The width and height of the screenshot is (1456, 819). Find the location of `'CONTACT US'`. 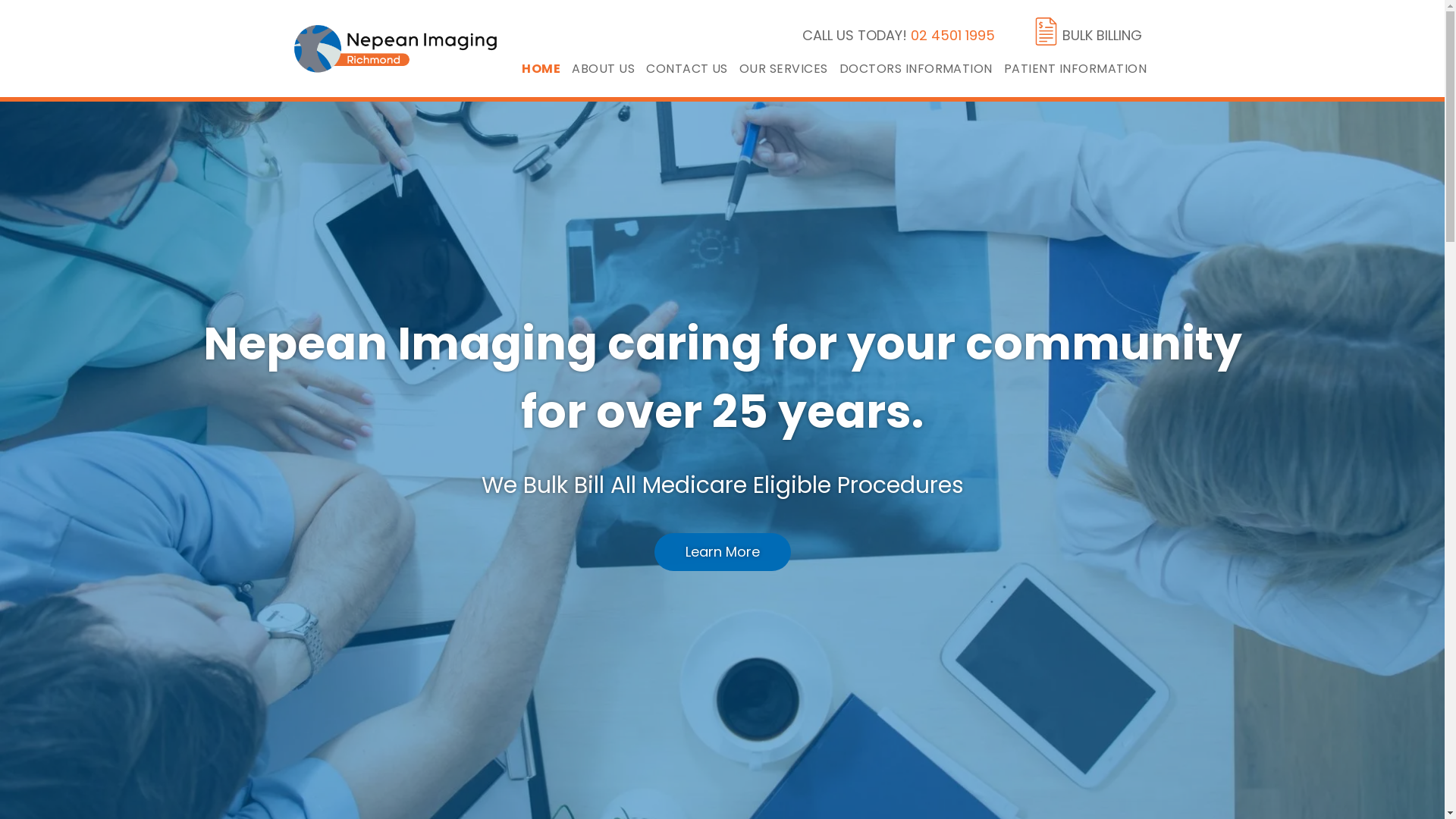

'CONTACT US' is located at coordinates (692, 68).